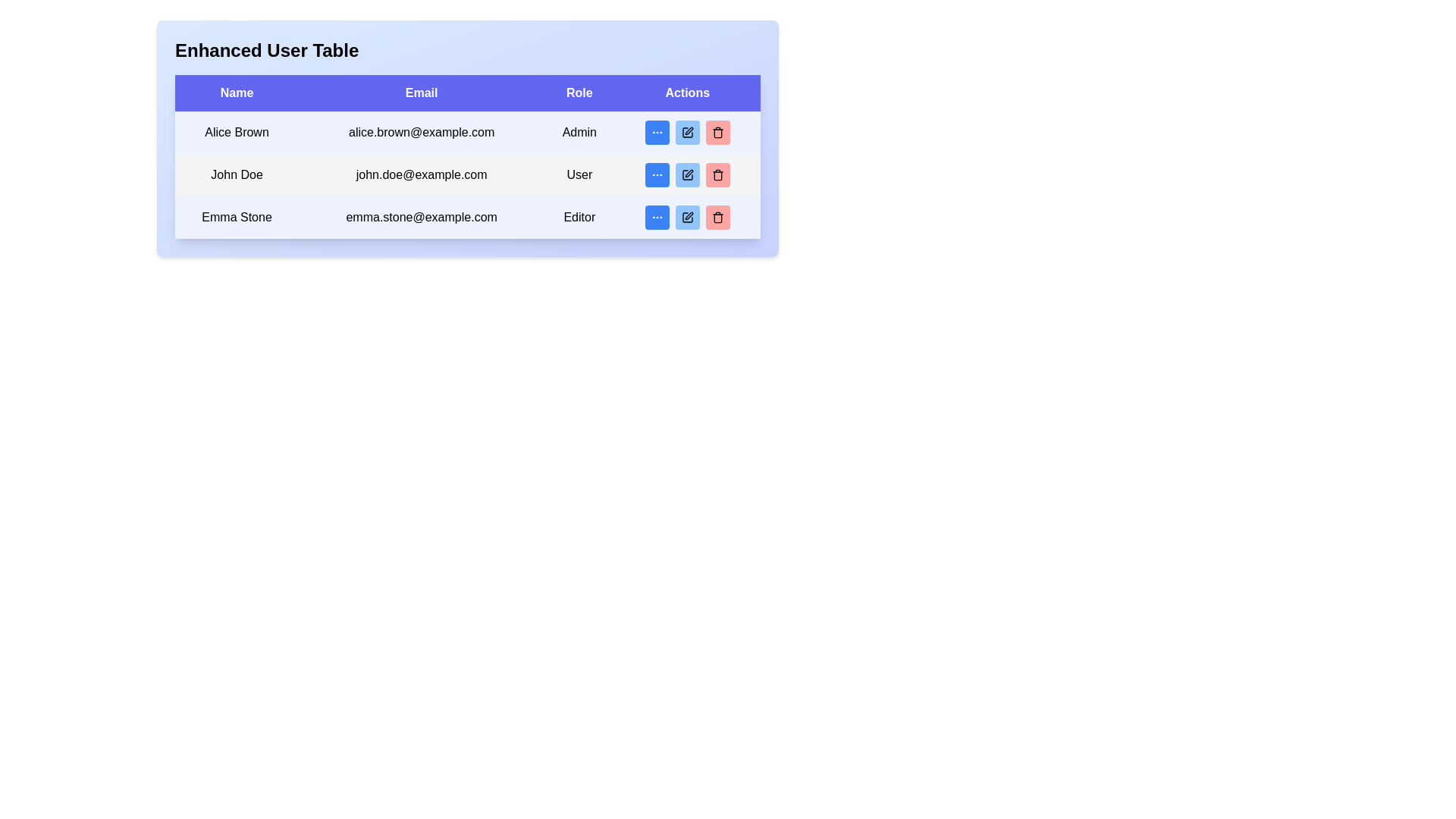 Image resolution: width=1456 pixels, height=819 pixels. What do you see at coordinates (688, 172) in the screenshot?
I see `the pen icon in the 'Actions' column corresponding to 'John Doe'` at bounding box center [688, 172].